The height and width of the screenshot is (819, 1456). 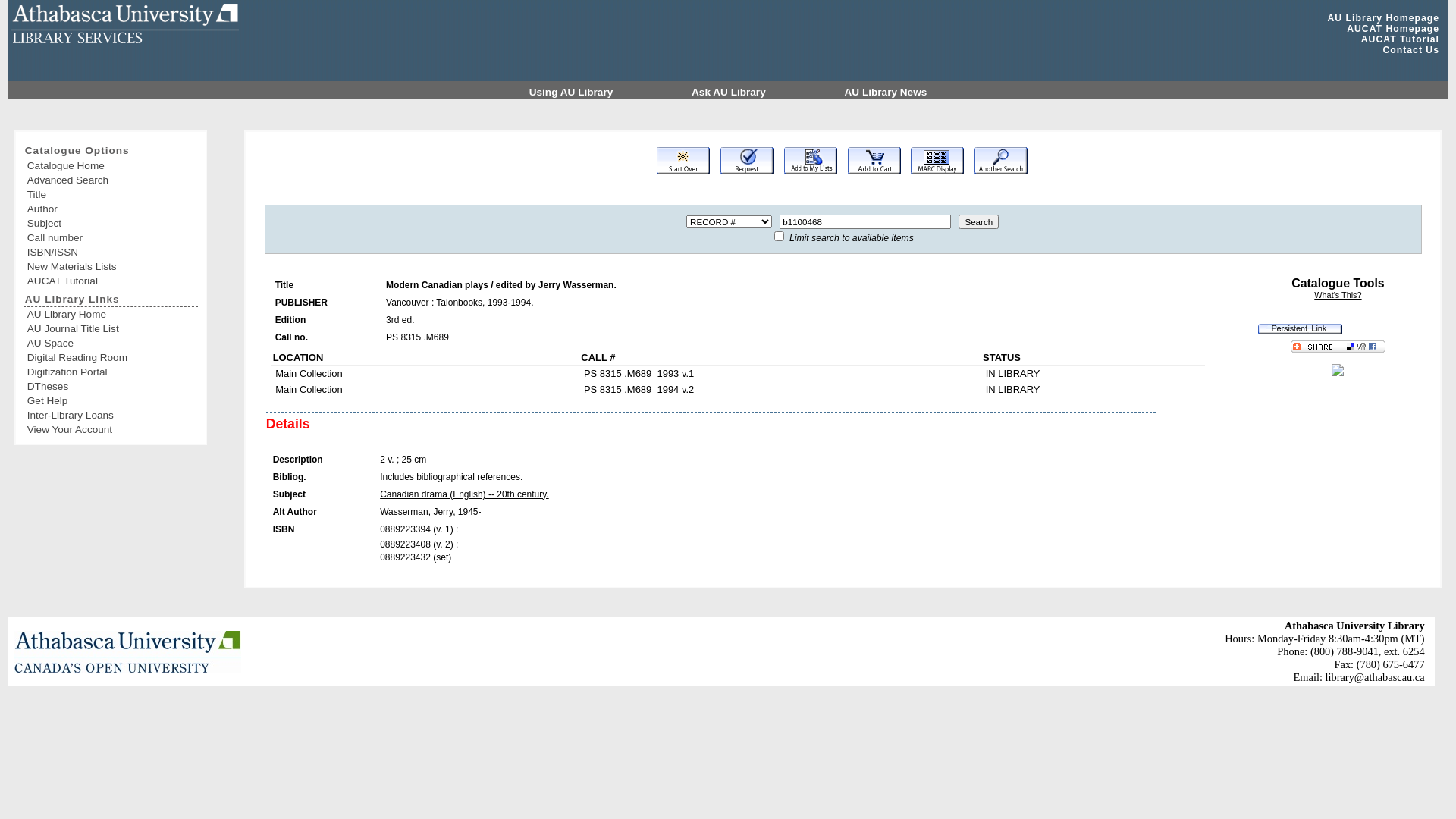 What do you see at coordinates (886, 92) in the screenshot?
I see `'AU Library News'` at bounding box center [886, 92].